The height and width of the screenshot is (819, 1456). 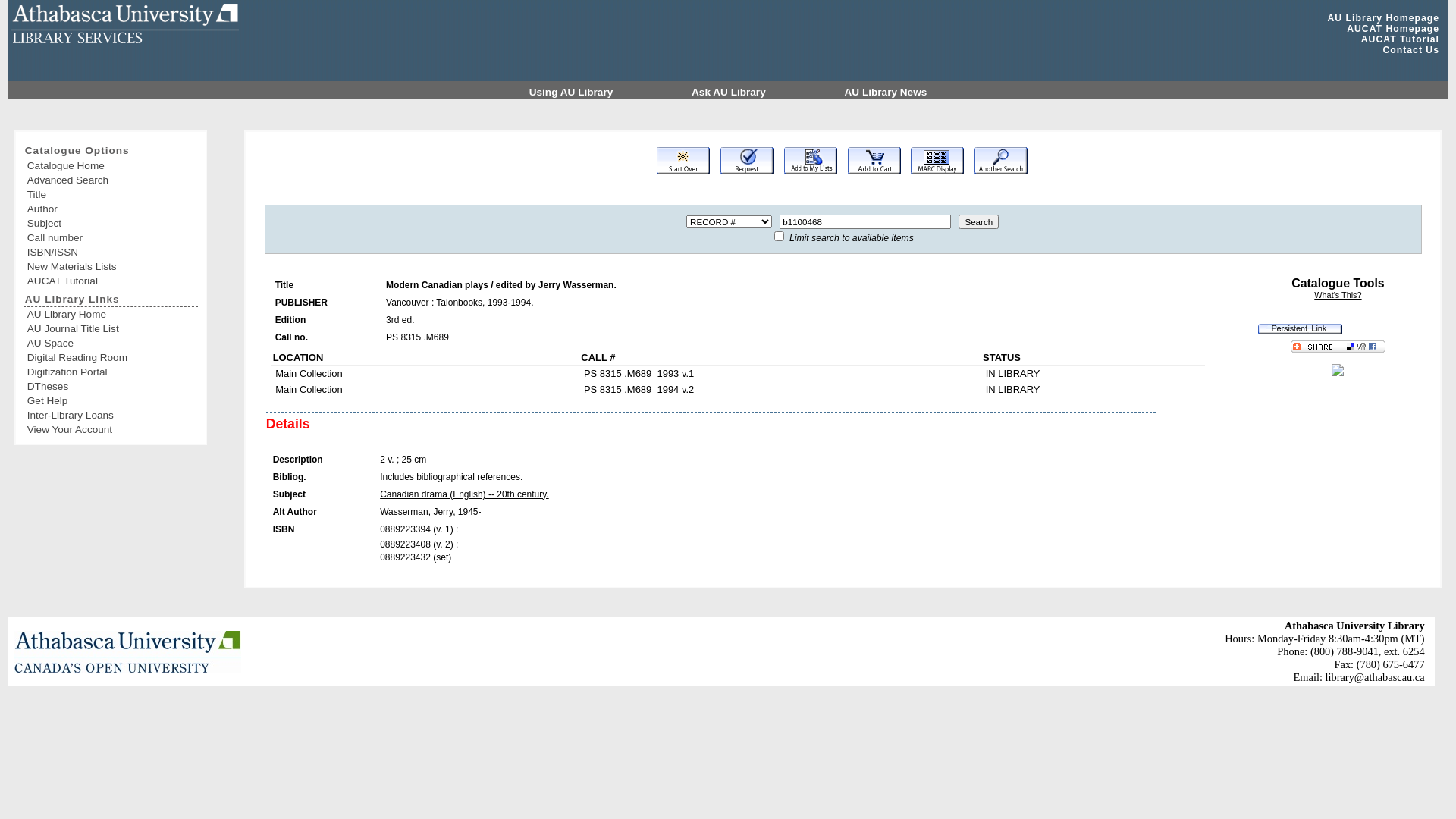 What do you see at coordinates (886, 92) in the screenshot?
I see `'AU Library News'` at bounding box center [886, 92].